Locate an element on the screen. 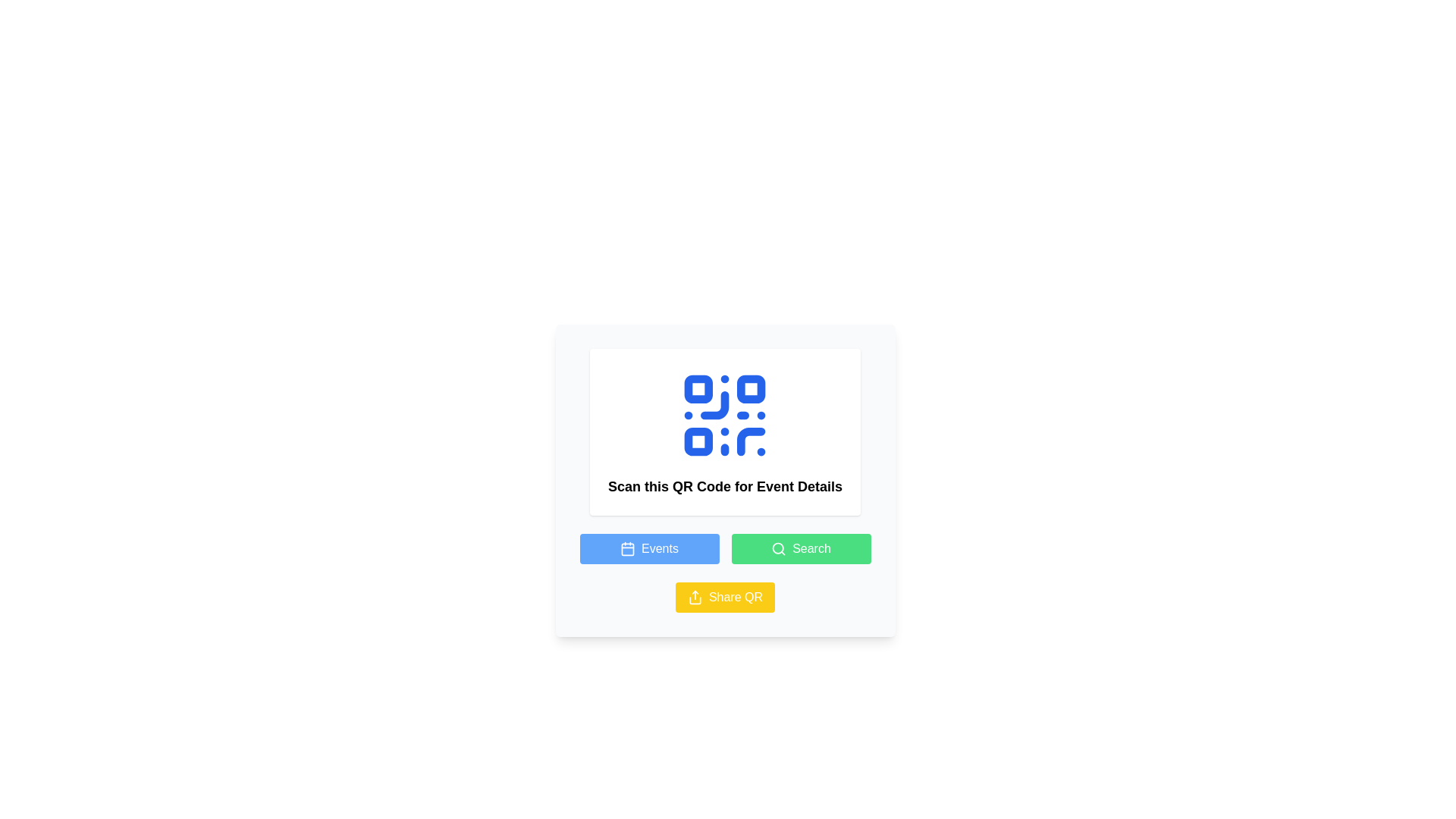 This screenshot has height=819, width=1456. the yellow button labeled 'Share QR' is located at coordinates (724, 596).